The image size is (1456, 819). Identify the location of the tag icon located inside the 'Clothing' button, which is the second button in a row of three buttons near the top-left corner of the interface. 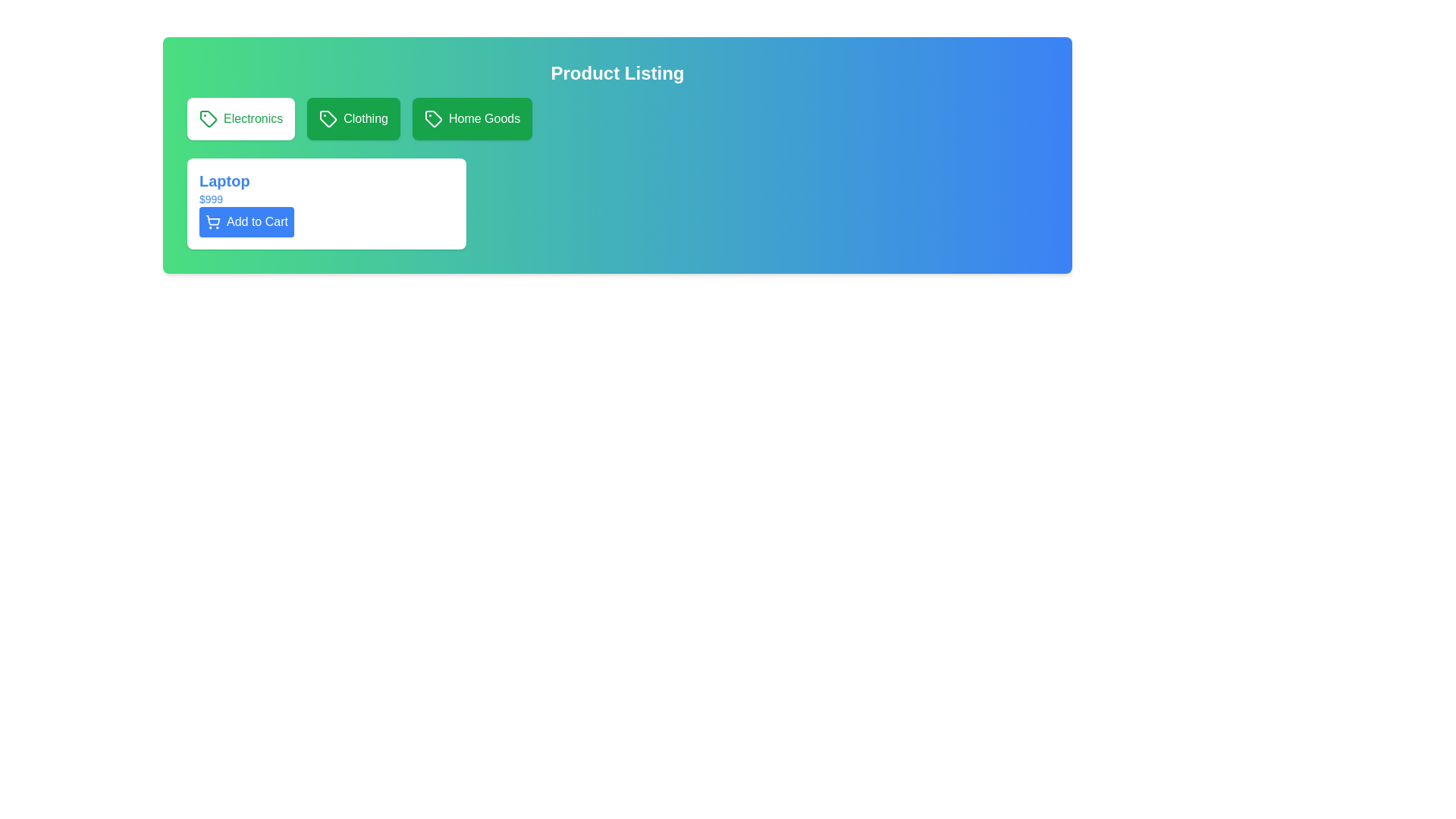
(328, 118).